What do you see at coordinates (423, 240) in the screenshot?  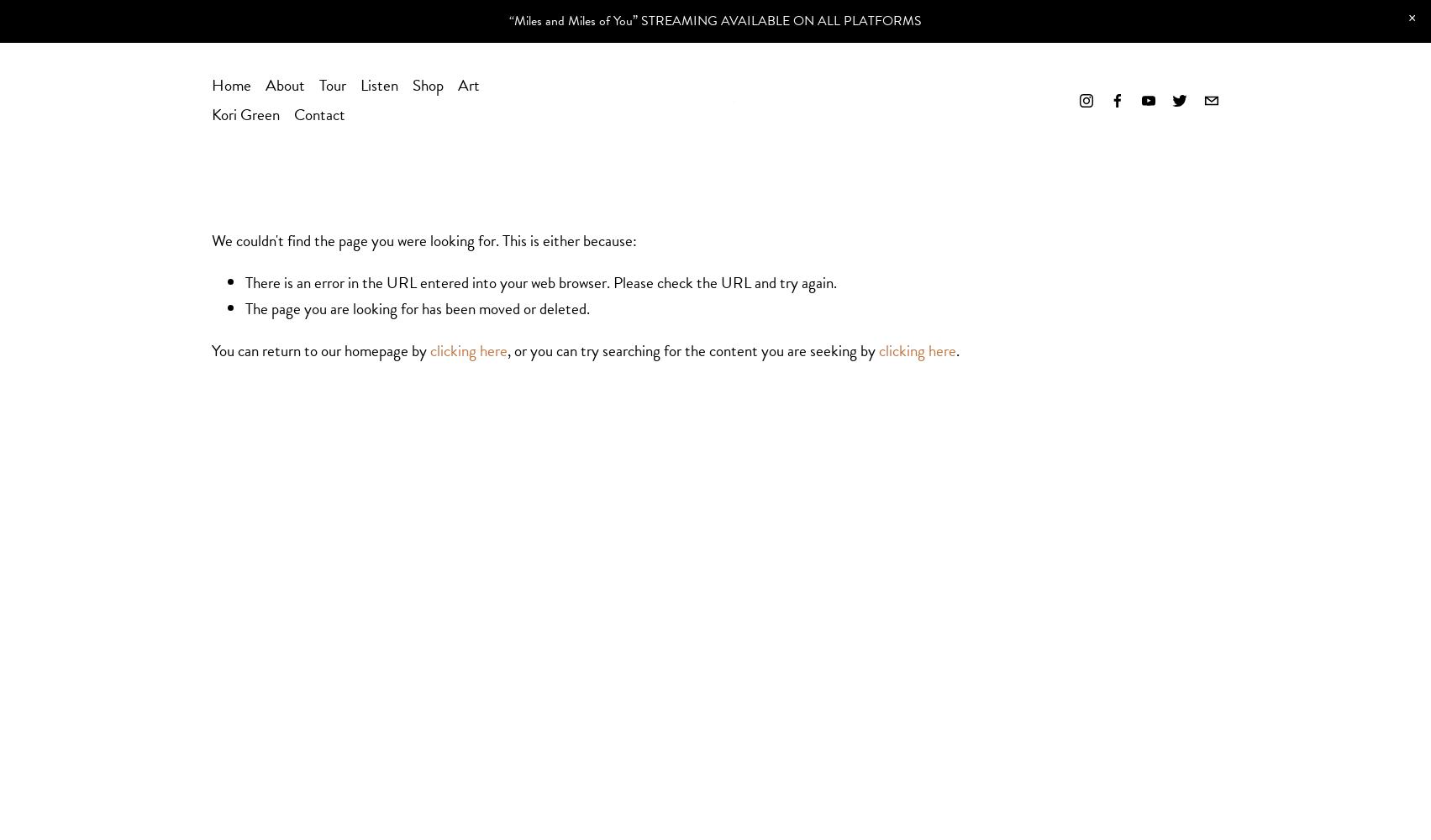 I see `'We couldn't find the page you were looking for. This is either because:'` at bounding box center [423, 240].